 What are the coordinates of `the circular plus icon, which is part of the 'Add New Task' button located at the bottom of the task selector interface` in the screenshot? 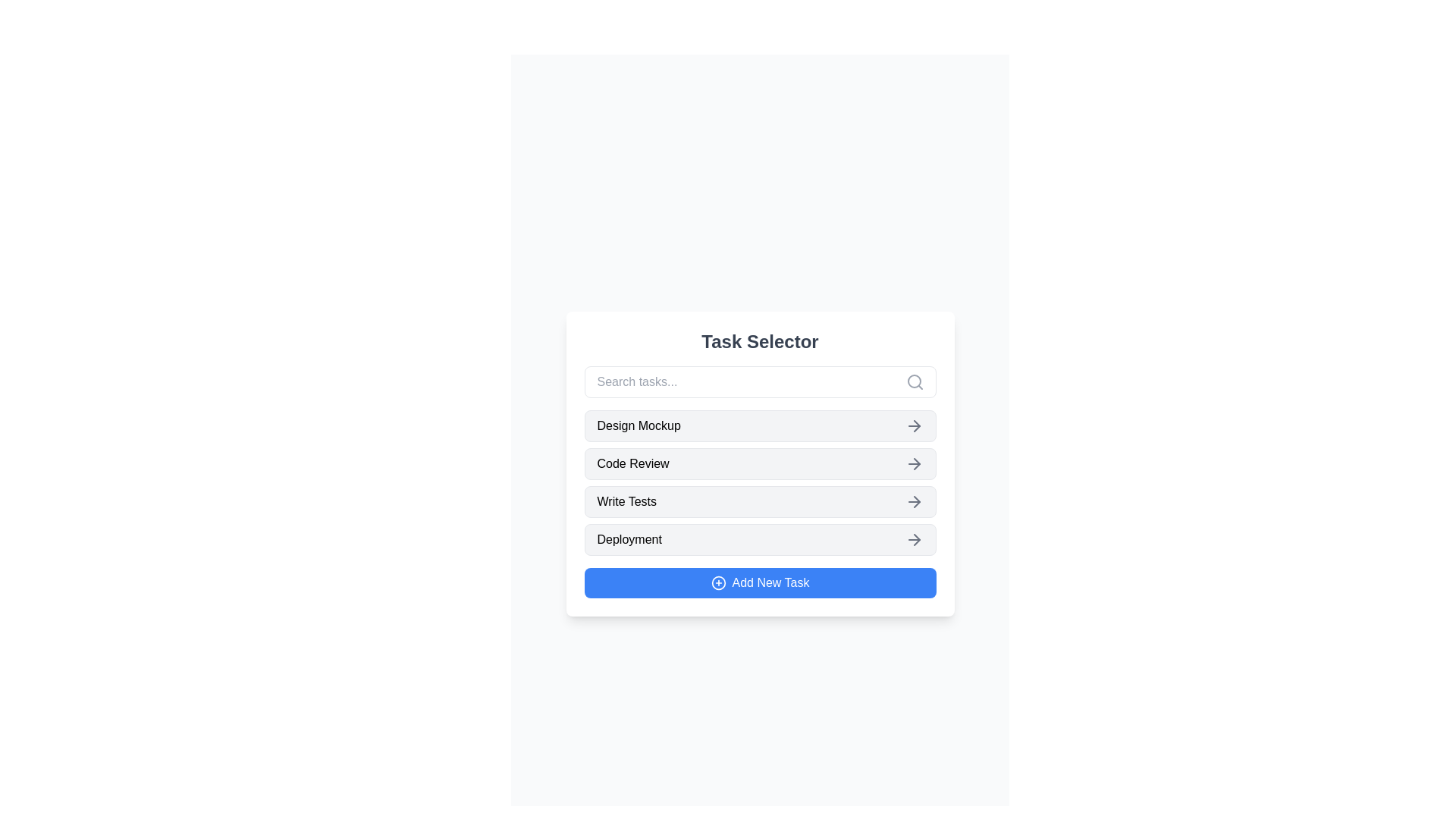 It's located at (717, 582).